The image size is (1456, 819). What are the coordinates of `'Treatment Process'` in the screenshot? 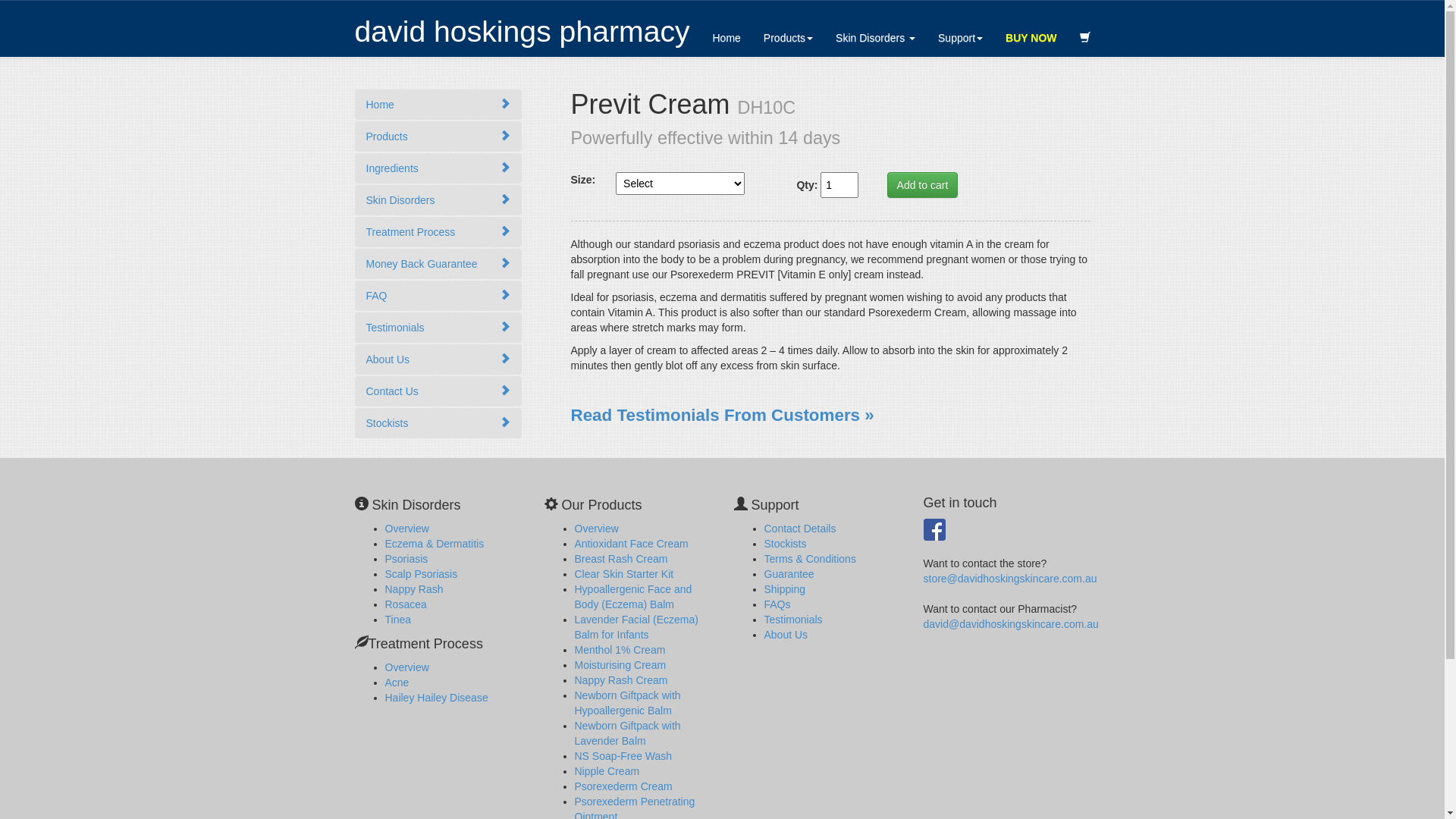 It's located at (437, 231).